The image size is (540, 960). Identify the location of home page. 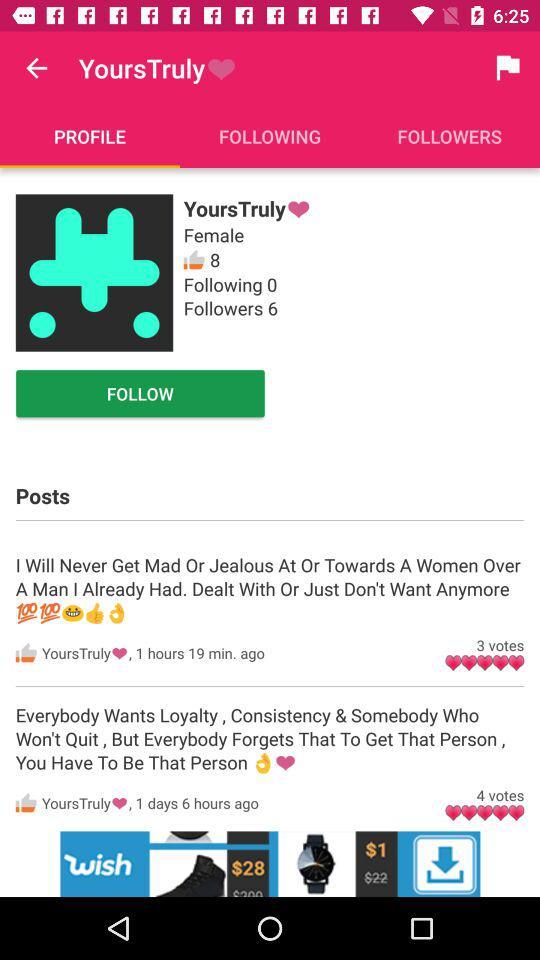
(93, 272).